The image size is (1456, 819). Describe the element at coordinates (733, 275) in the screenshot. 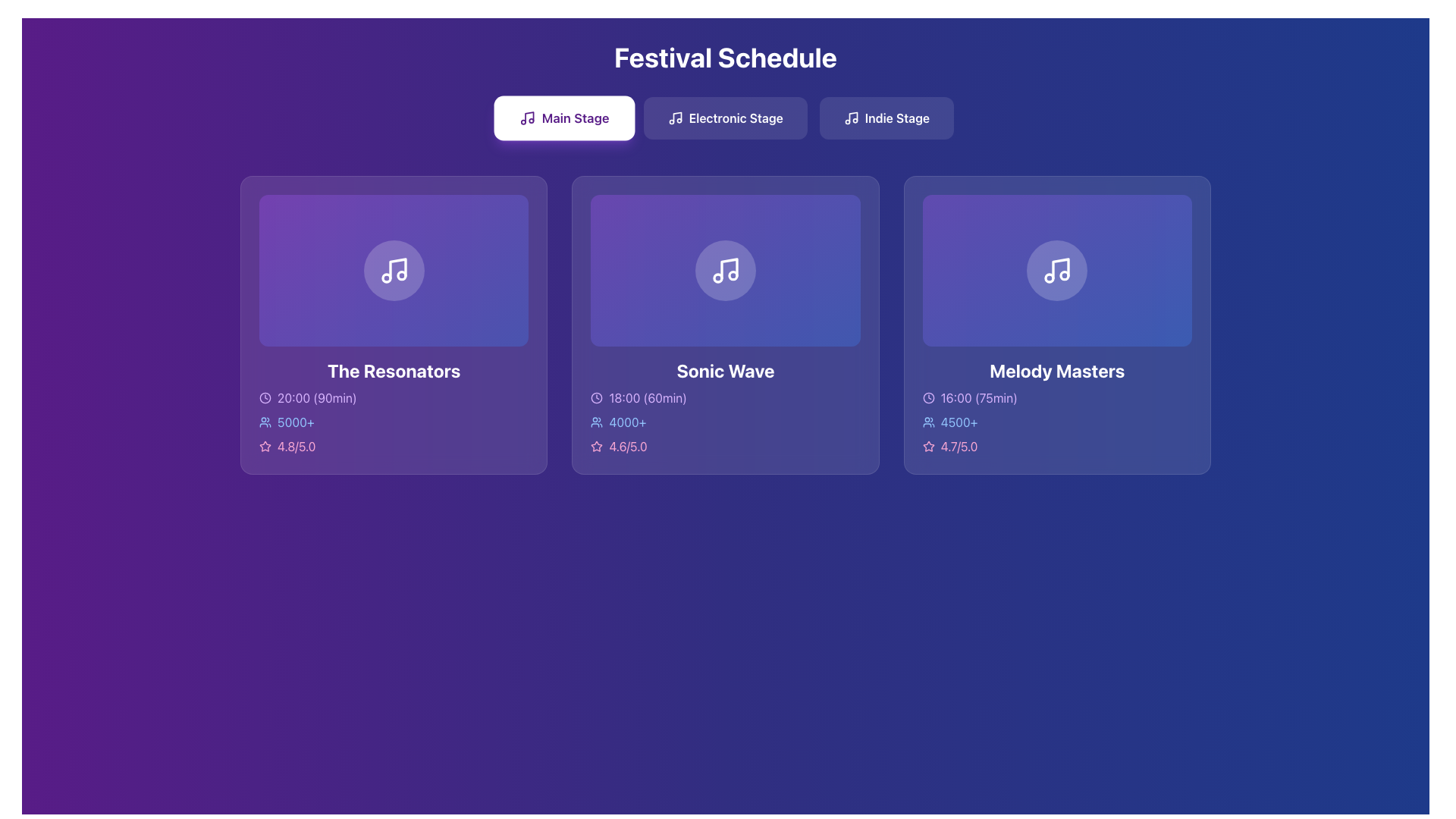

I see `the small circle with a white outline that is the second in the sequence of two circular elements in the SVG music note icon within the 'Sonic Wave' card` at that location.